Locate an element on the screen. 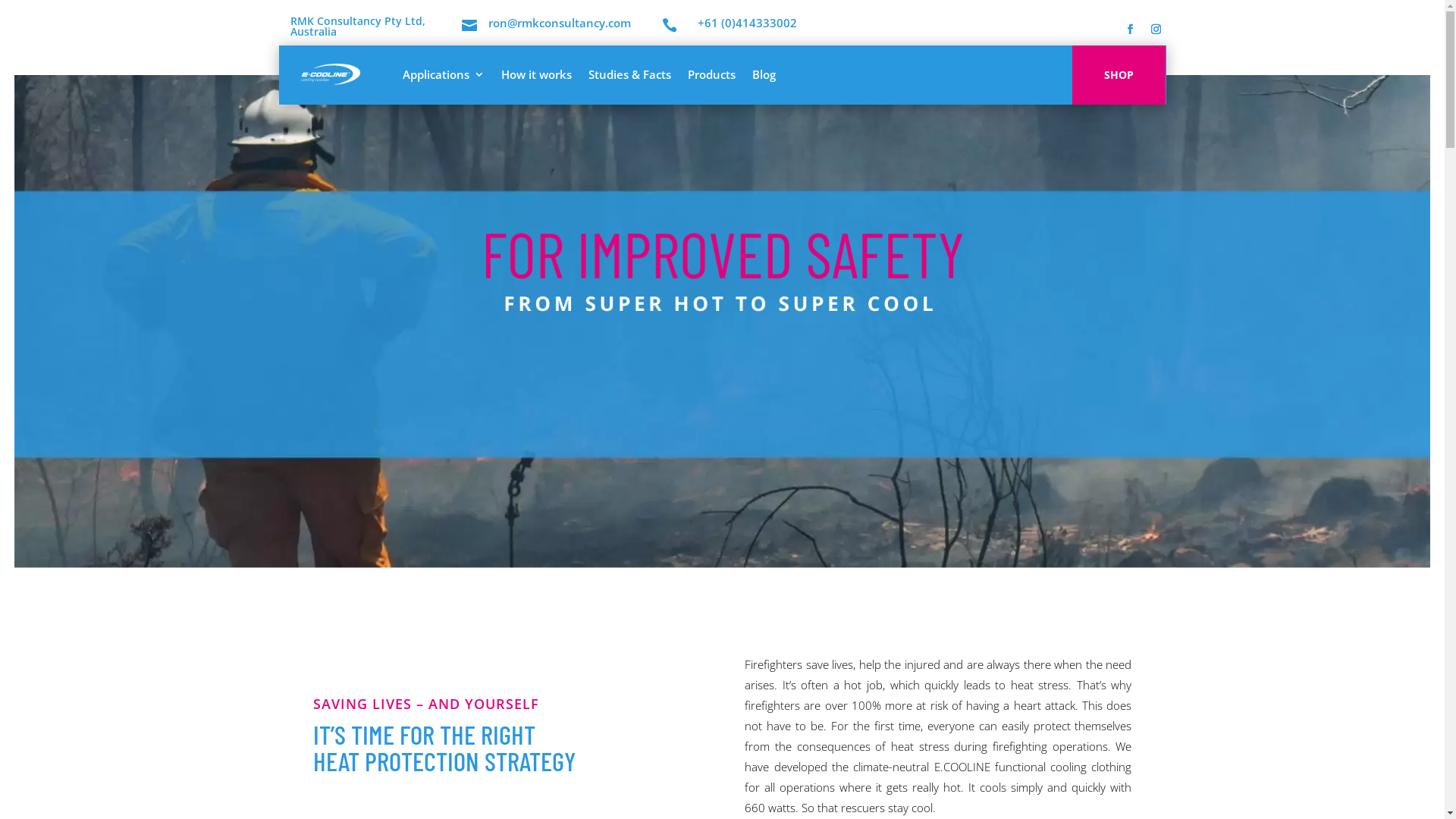 This screenshot has width=1456, height=819. 'Products' is located at coordinates (710, 74).